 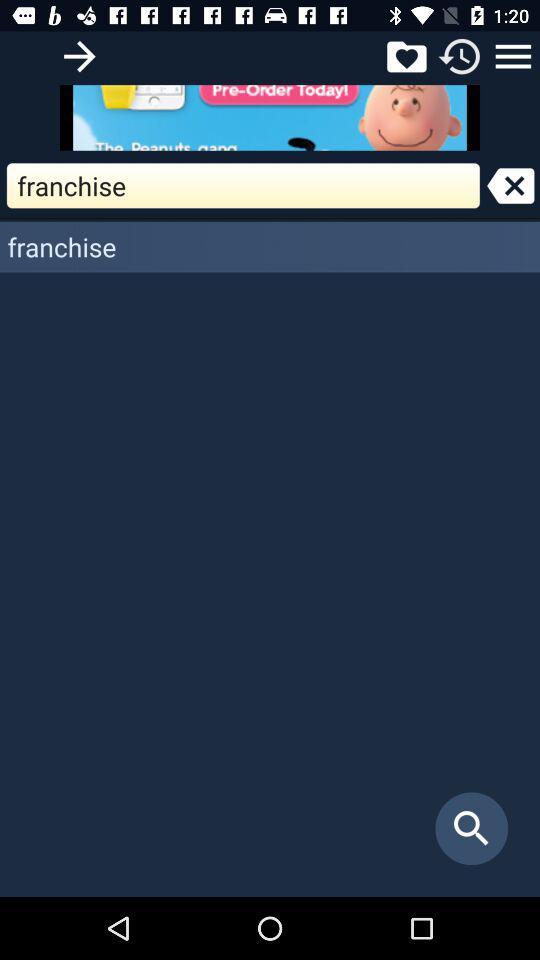 I want to click on update, so click(x=460, y=55).